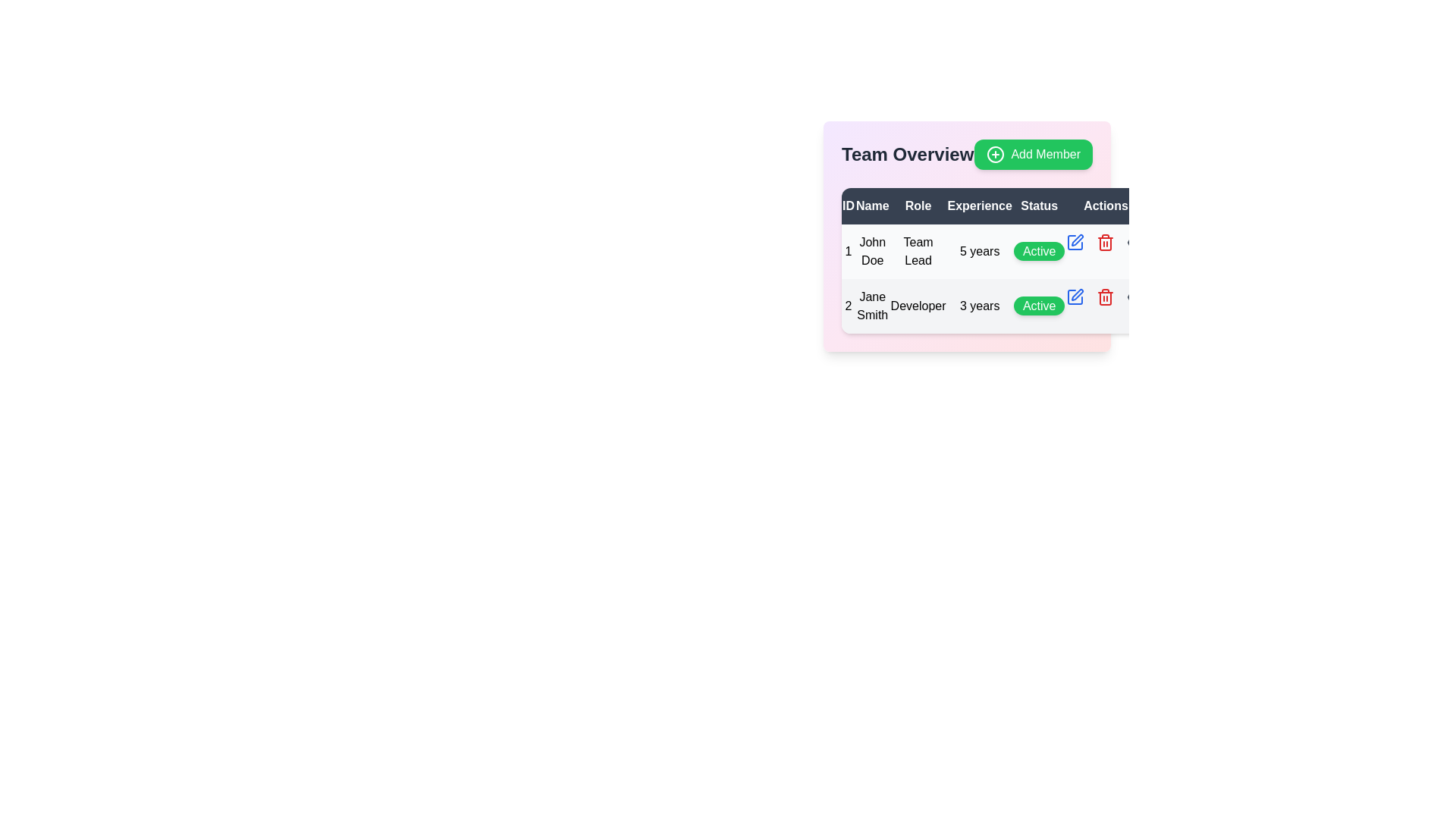 The height and width of the screenshot is (819, 1456). Describe the element at coordinates (993, 278) in the screenshot. I see `the first row of the data table, which displays '1', 'John Doe', 'Team Lead', '5 years', 'Active', and includes action icons` at that location.